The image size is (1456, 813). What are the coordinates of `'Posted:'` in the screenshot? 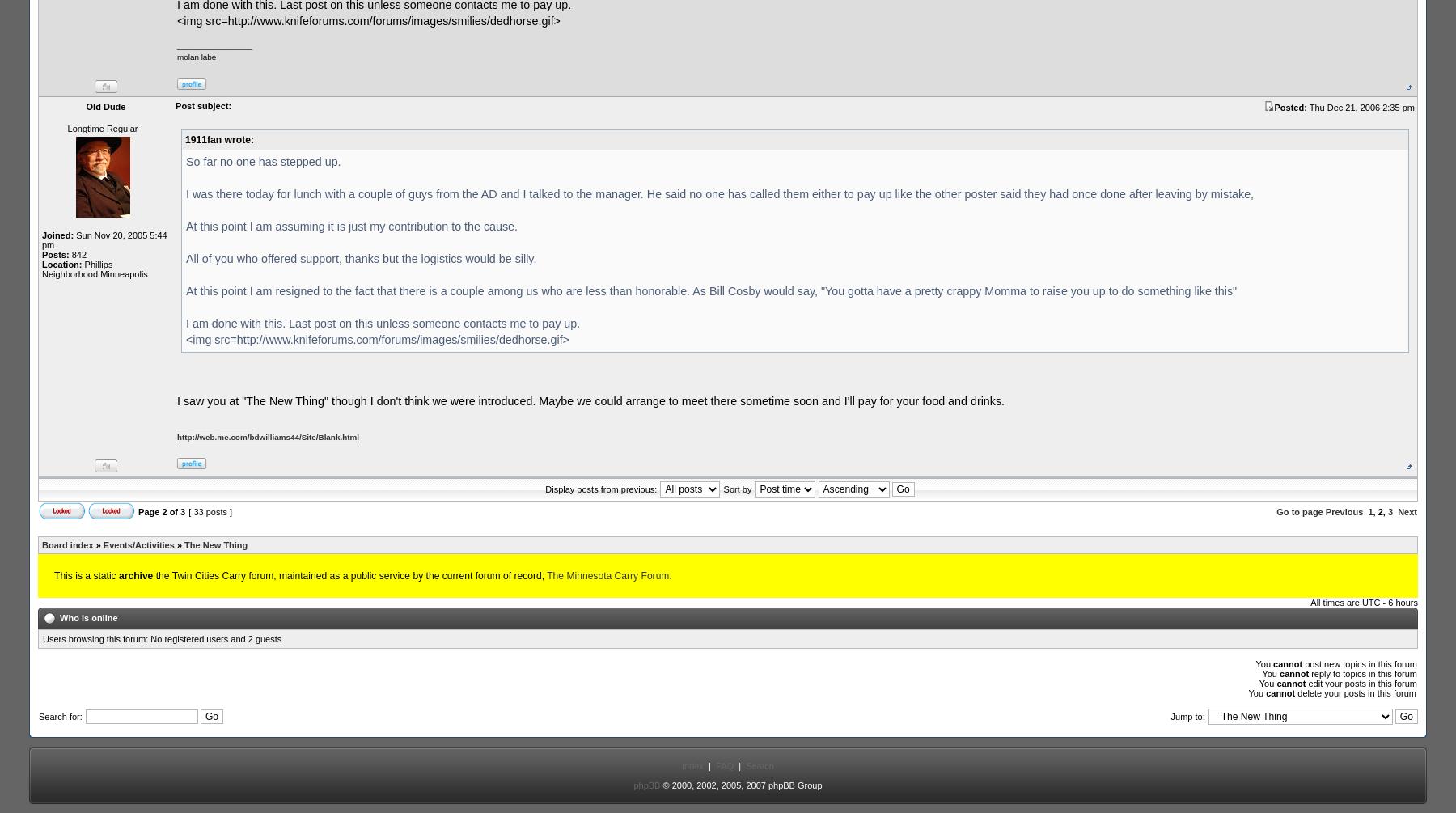 It's located at (1289, 107).